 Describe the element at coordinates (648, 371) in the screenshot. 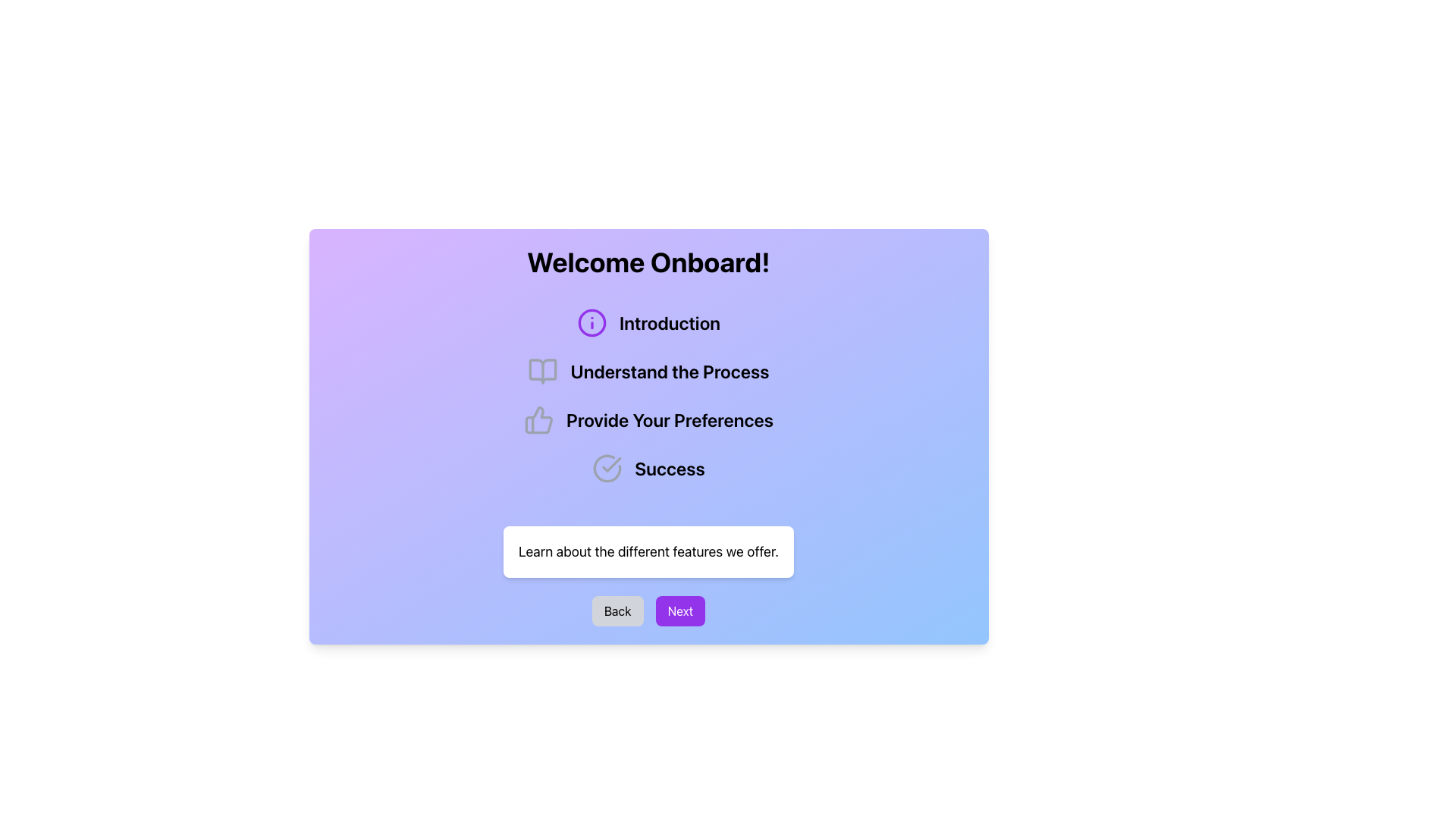

I see `the Labeled Section containing the 'Understand the Process' text and open book icon` at that location.